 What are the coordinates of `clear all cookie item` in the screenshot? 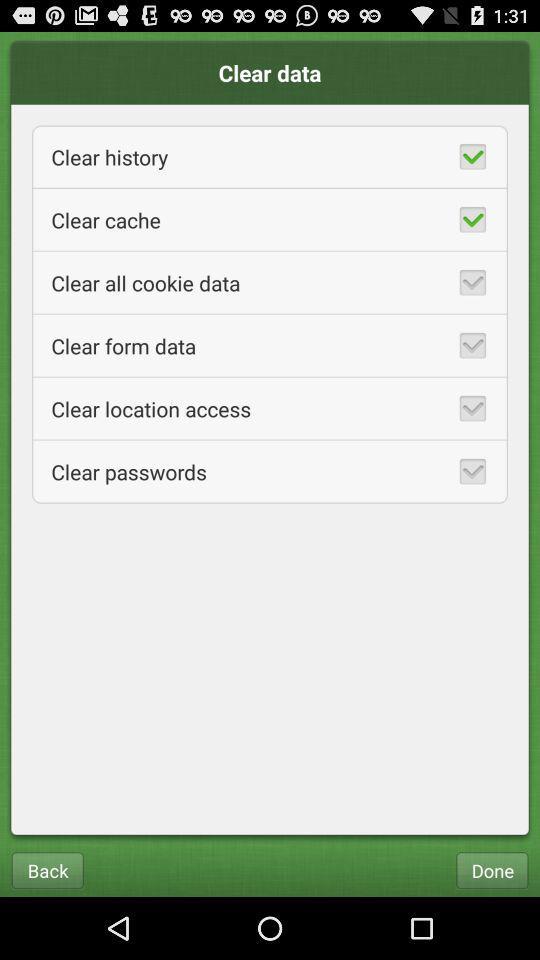 It's located at (270, 281).